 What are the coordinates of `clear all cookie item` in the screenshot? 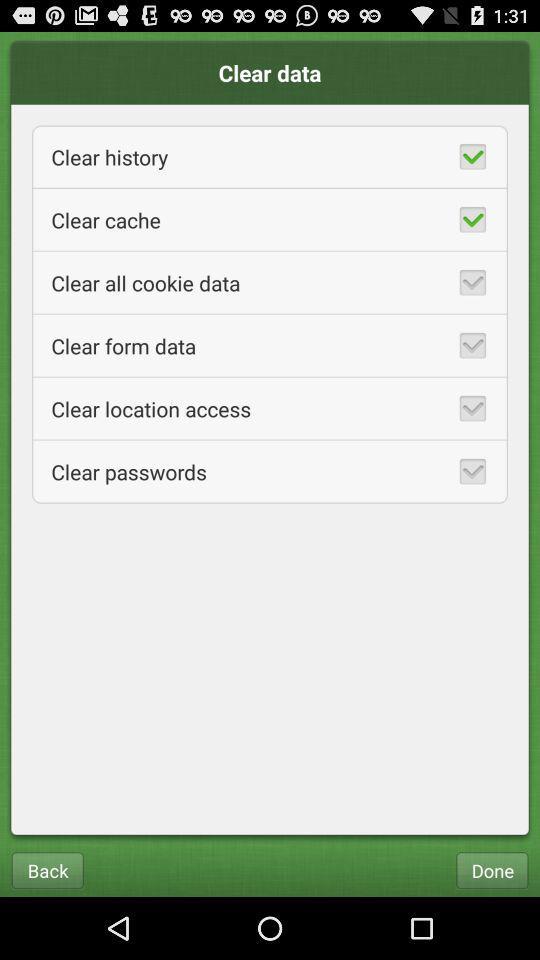 It's located at (270, 281).